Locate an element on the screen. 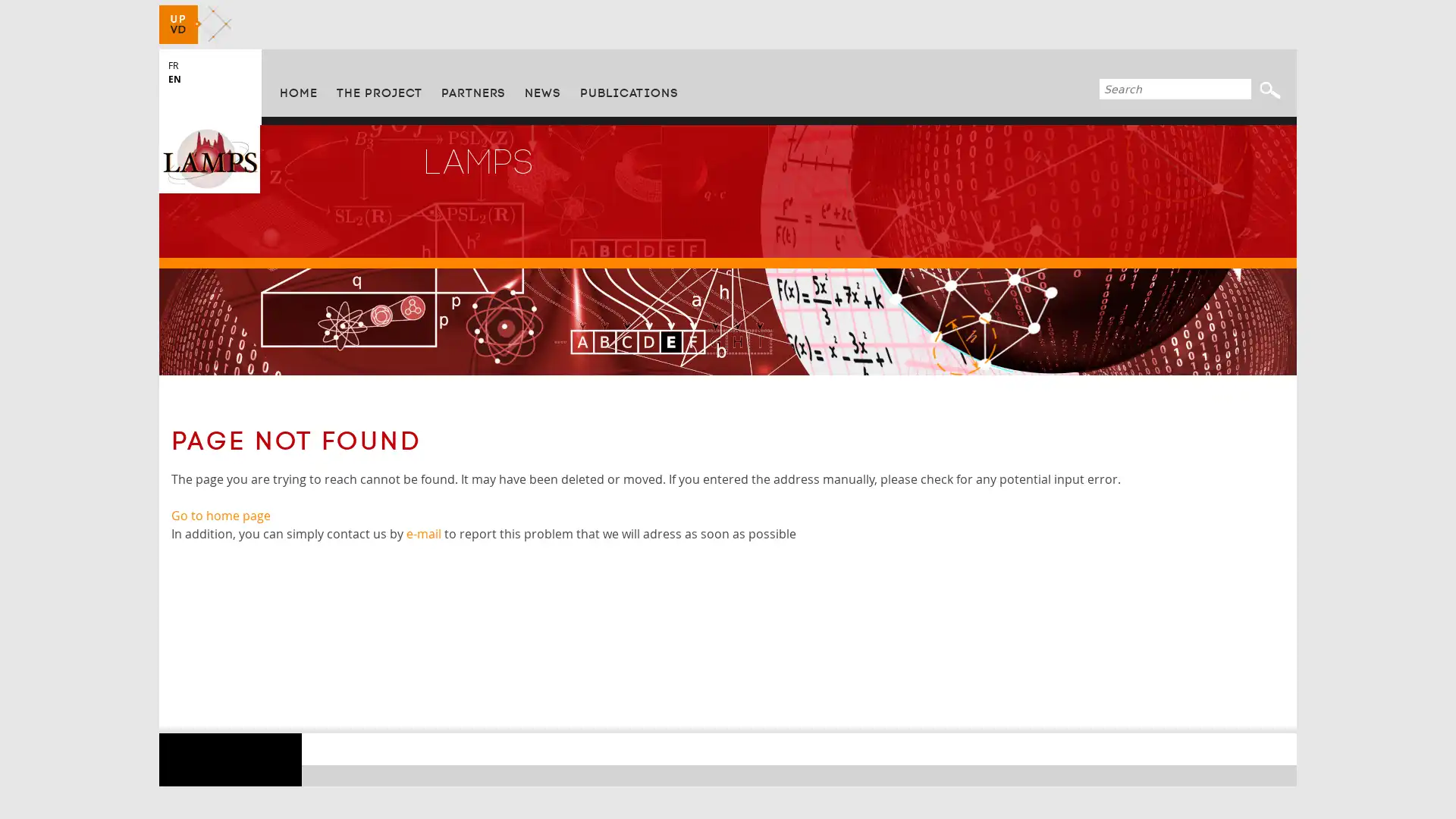 The image size is (1456, 819). Start search is located at coordinates (1270, 90).